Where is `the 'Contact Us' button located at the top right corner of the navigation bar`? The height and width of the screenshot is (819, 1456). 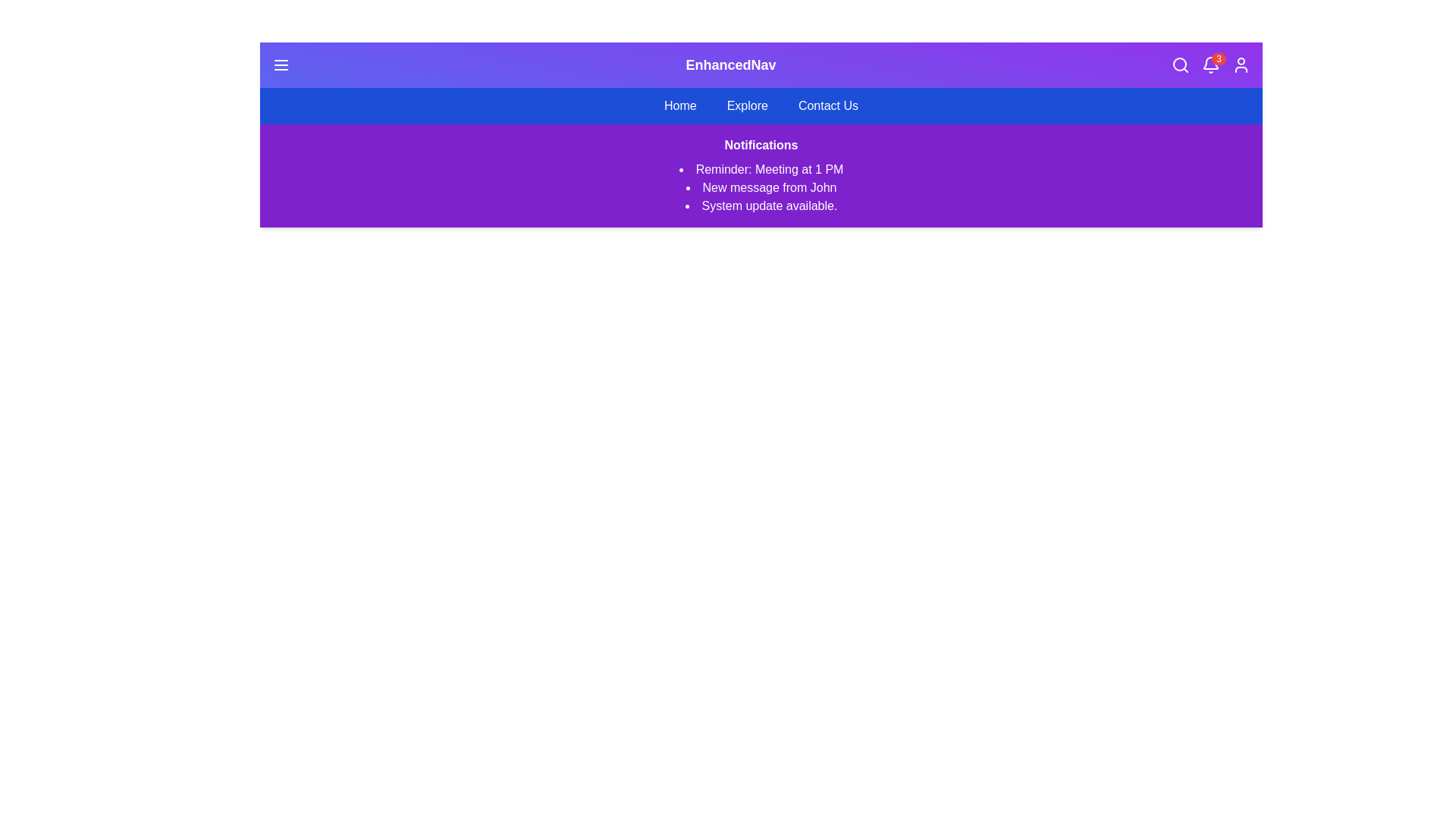
the 'Contact Us' button located at the top right corner of the navigation bar is located at coordinates (827, 105).